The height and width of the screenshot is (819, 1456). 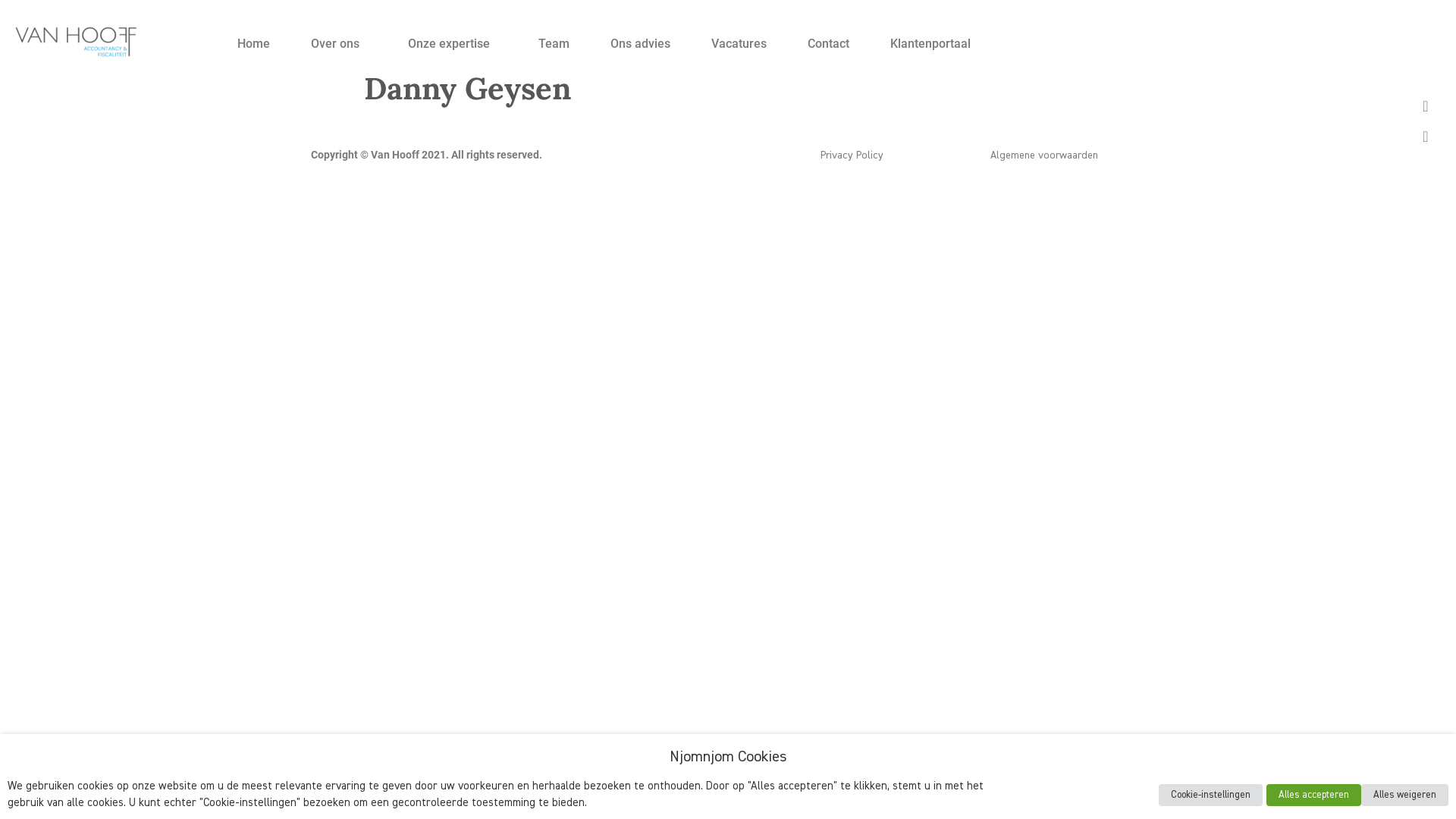 What do you see at coordinates (1210, 794) in the screenshot?
I see `'Cookie-instellingen'` at bounding box center [1210, 794].